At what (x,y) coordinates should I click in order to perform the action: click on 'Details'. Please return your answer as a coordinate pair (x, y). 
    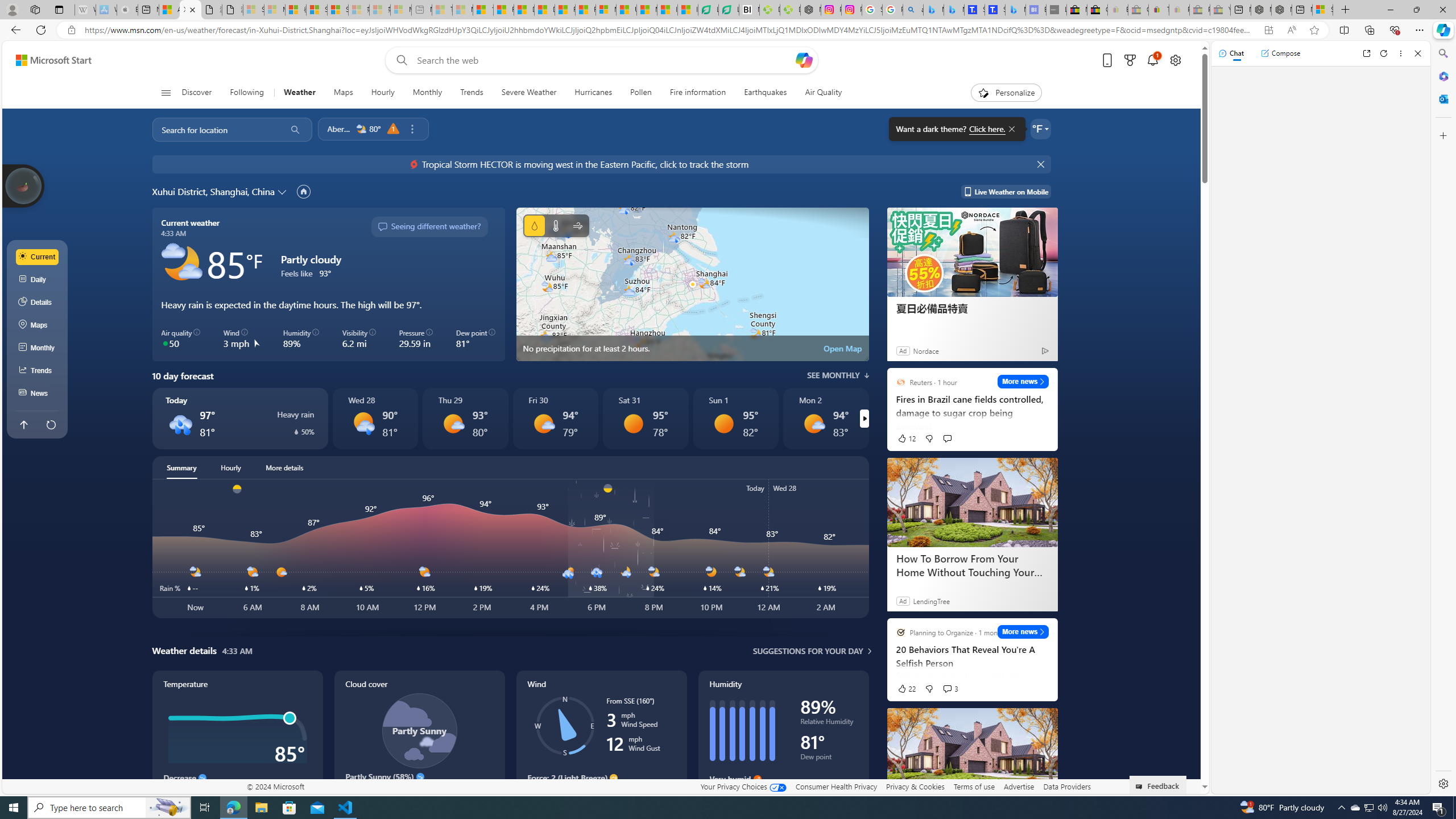
    Looking at the image, I should click on (37, 303).